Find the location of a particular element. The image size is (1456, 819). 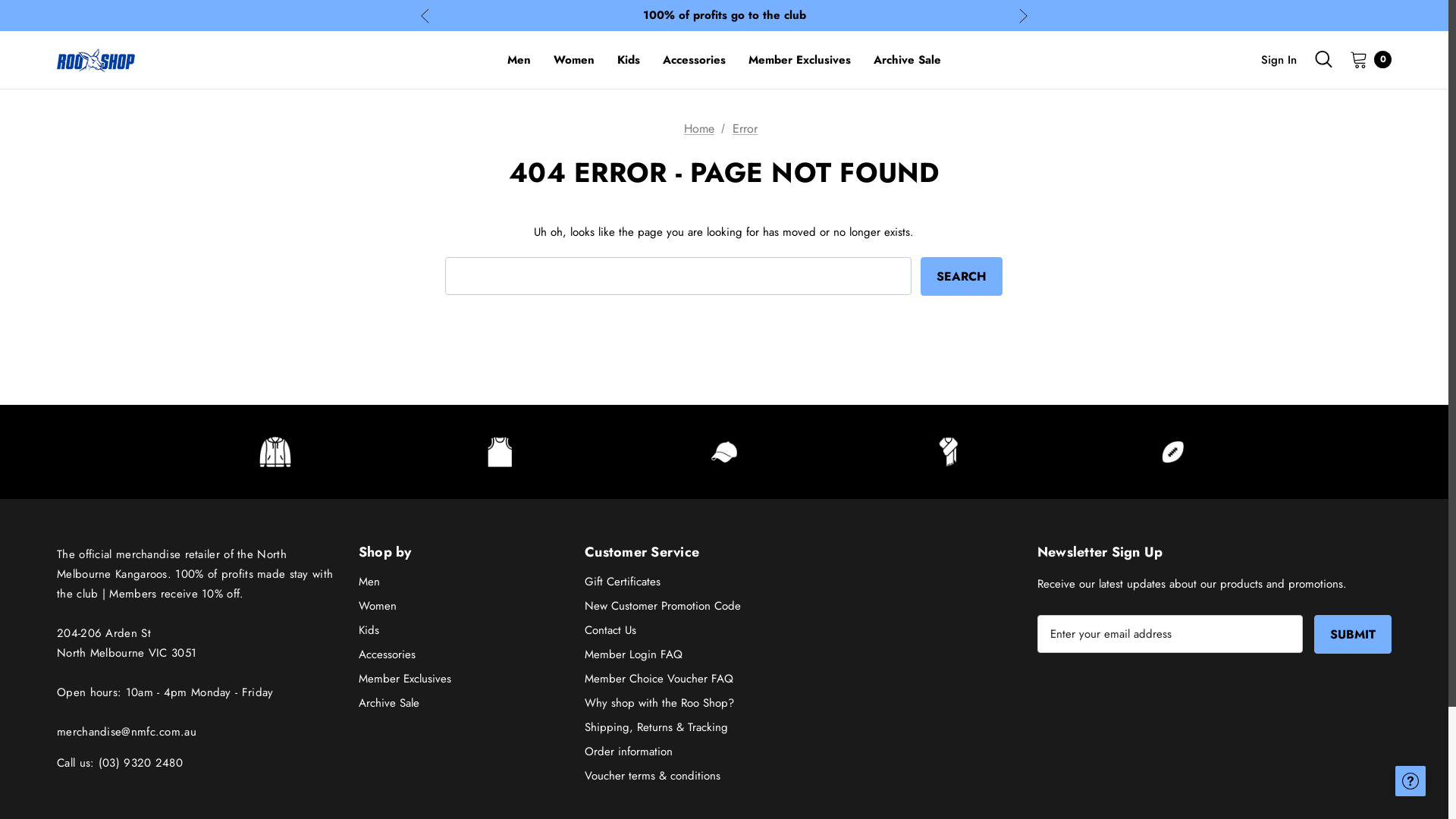

'New Customer Promotion Code' is located at coordinates (662, 604).